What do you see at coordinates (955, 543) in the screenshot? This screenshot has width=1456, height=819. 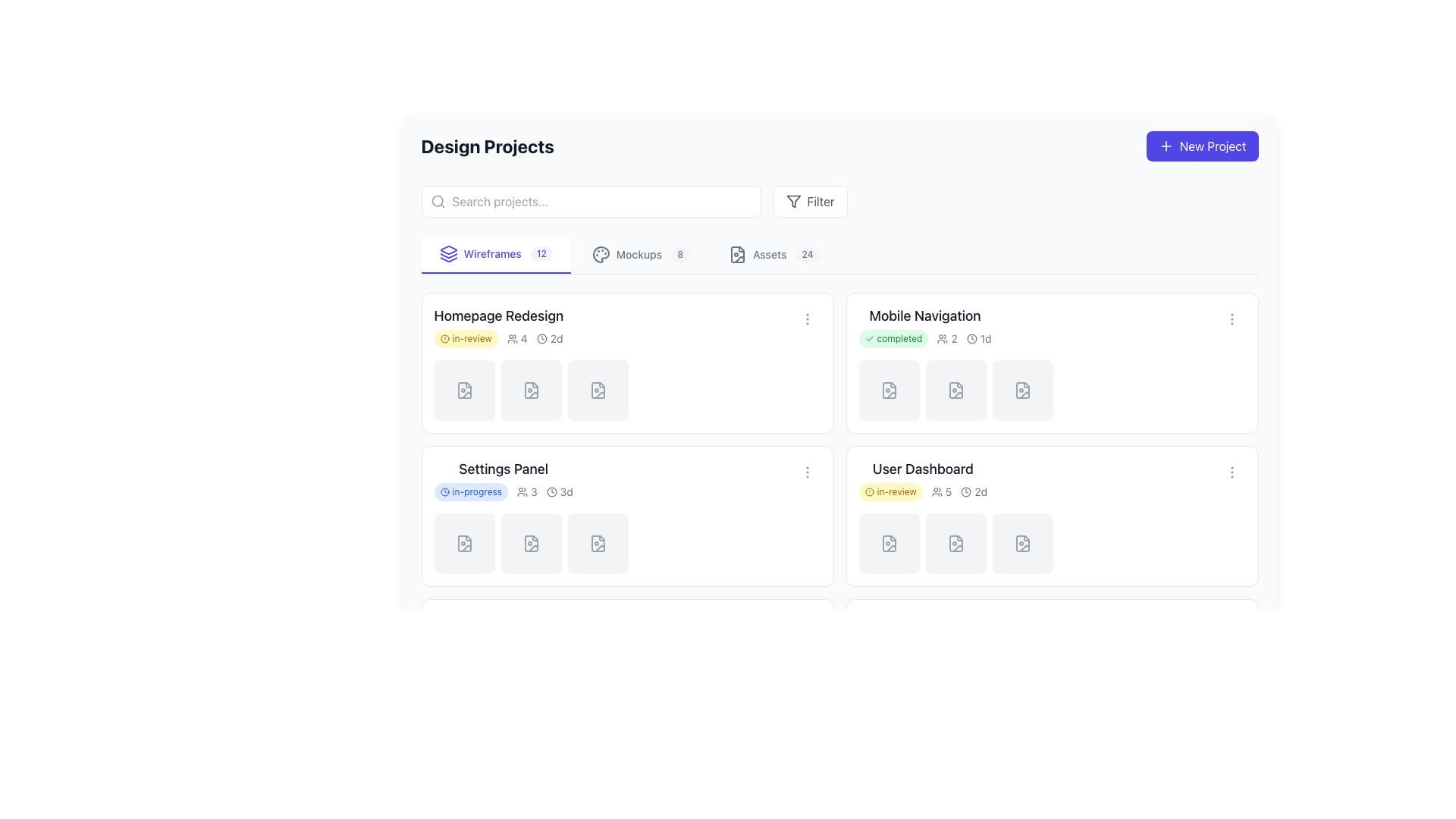 I see `the second icon representing a document with an image overlay` at bounding box center [955, 543].